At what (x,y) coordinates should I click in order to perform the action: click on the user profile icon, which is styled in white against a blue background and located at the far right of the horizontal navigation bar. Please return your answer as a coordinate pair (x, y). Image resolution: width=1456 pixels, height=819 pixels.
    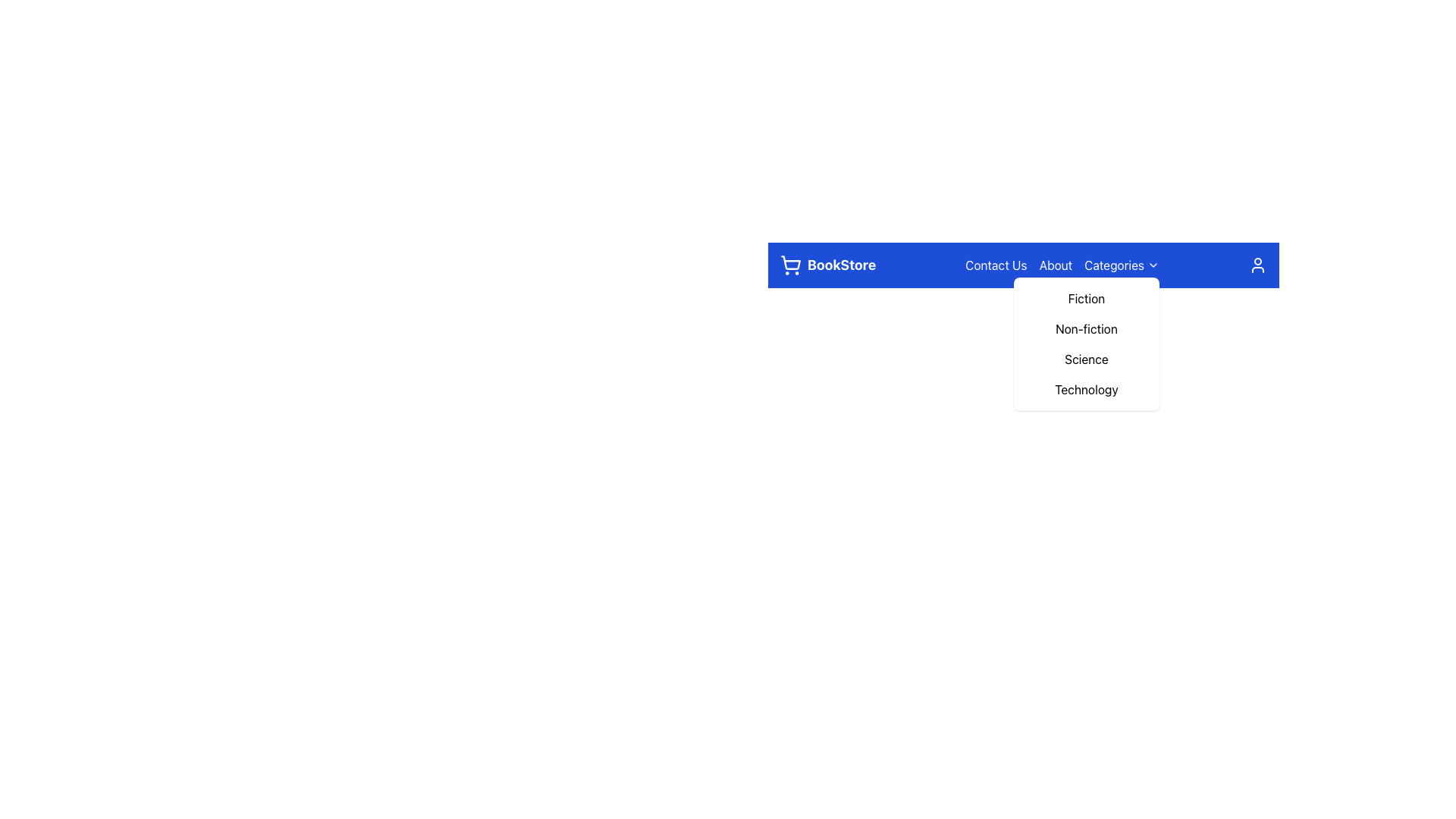
    Looking at the image, I should click on (1258, 265).